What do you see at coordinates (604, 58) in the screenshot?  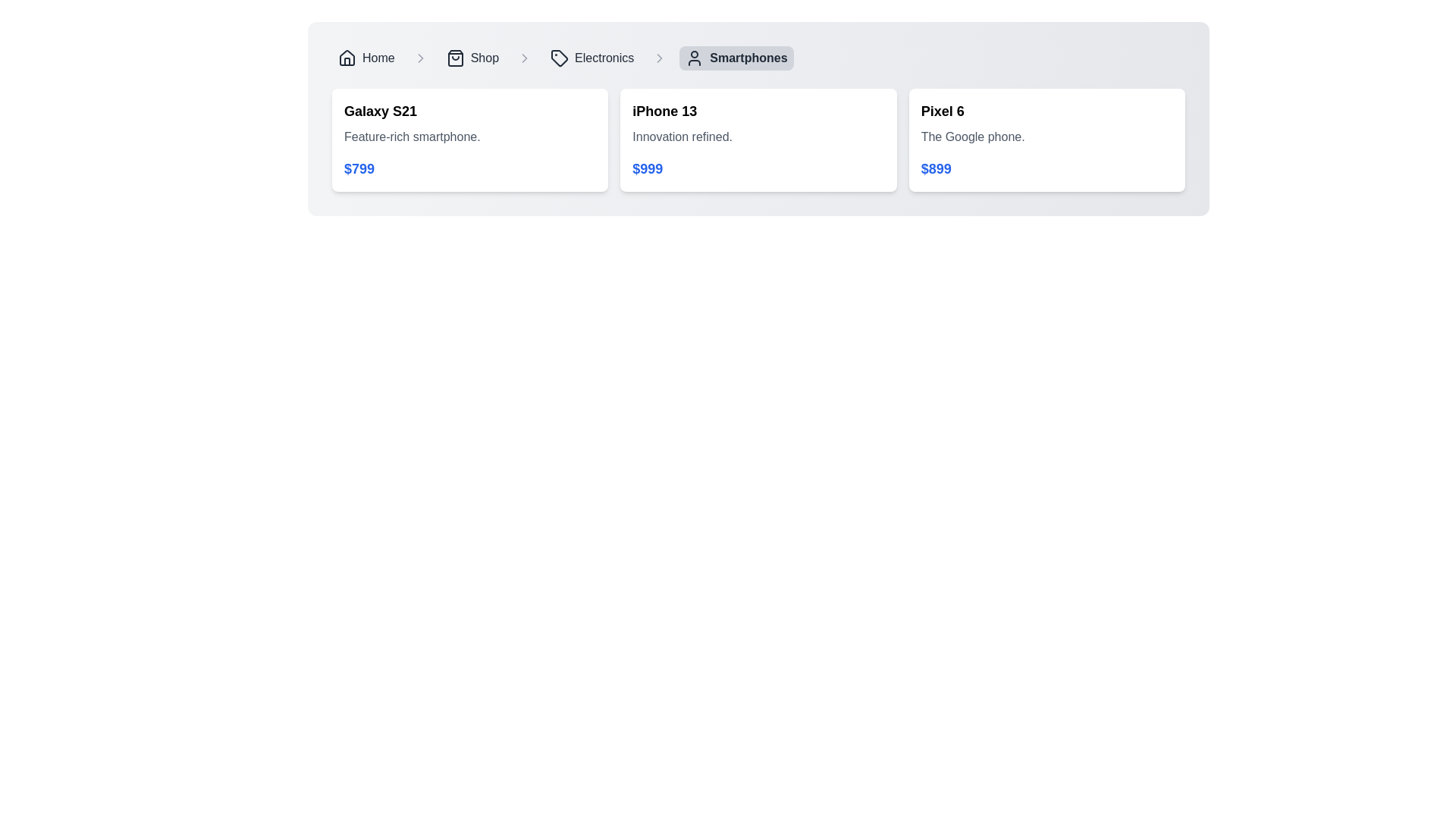 I see `the 'Electronics' label in the breadcrumb navigation bar` at bounding box center [604, 58].